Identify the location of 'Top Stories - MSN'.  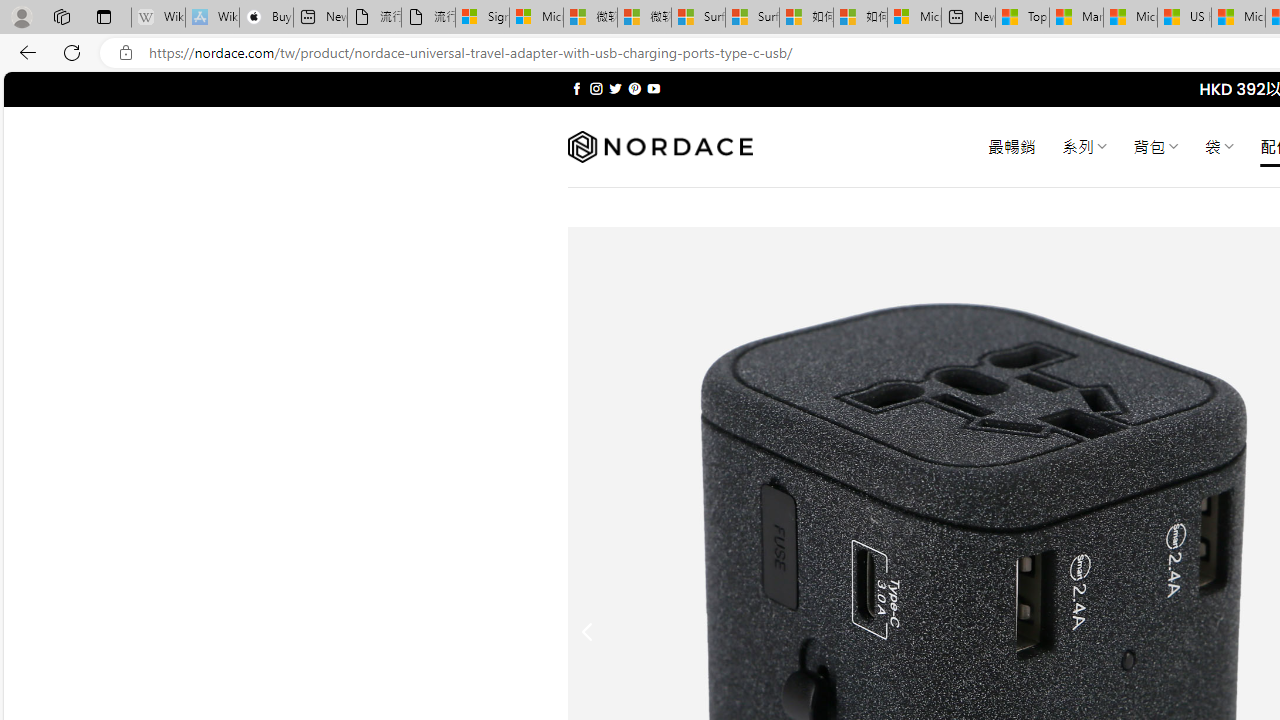
(1022, 17).